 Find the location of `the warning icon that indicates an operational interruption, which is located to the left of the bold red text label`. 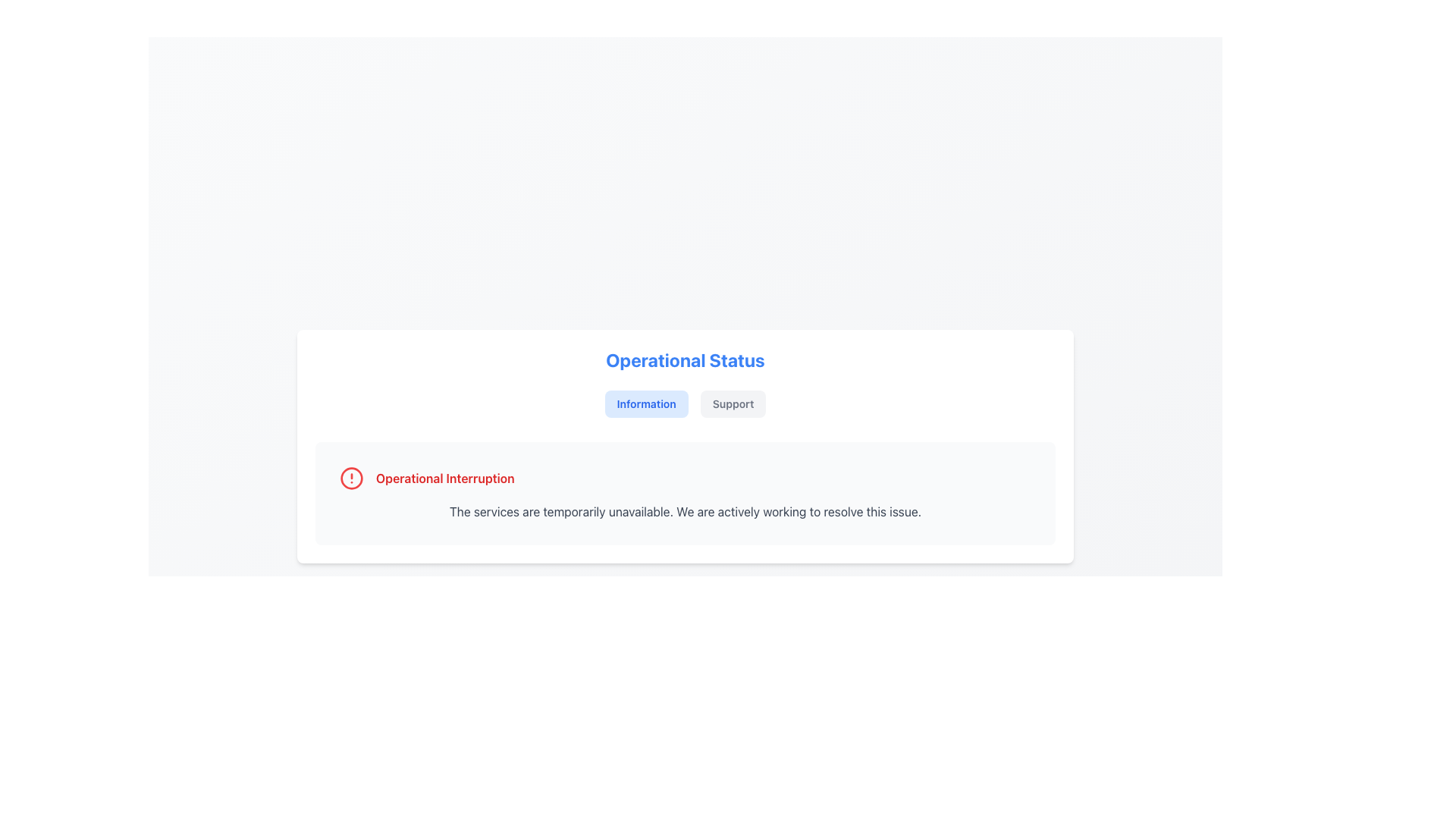

the warning icon that indicates an operational interruption, which is located to the left of the bold red text label is located at coordinates (351, 479).